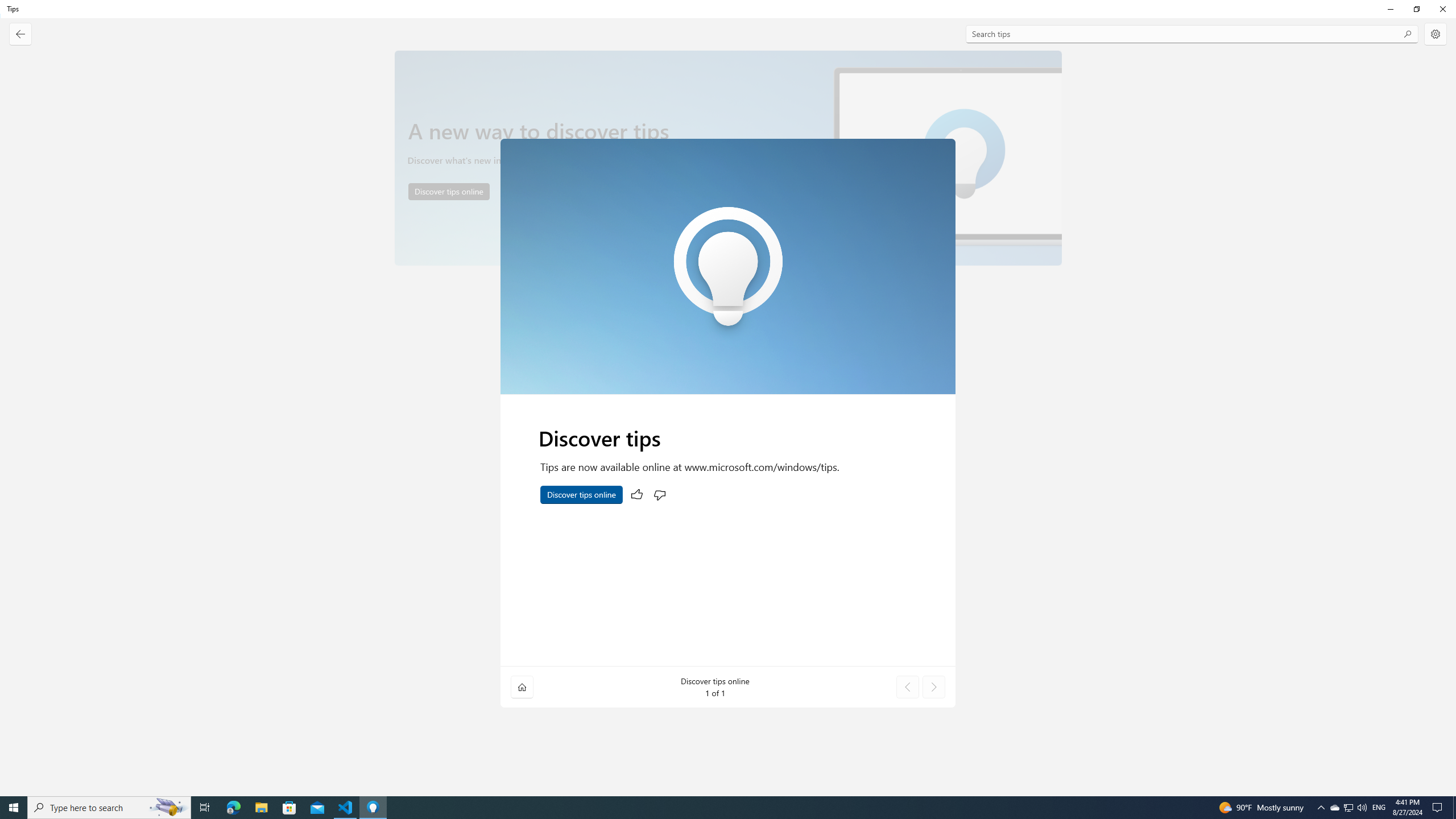 This screenshot has height=819, width=1456. What do you see at coordinates (907, 686) in the screenshot?
I see `'Previous tip'` at bounding box center [907, 686].